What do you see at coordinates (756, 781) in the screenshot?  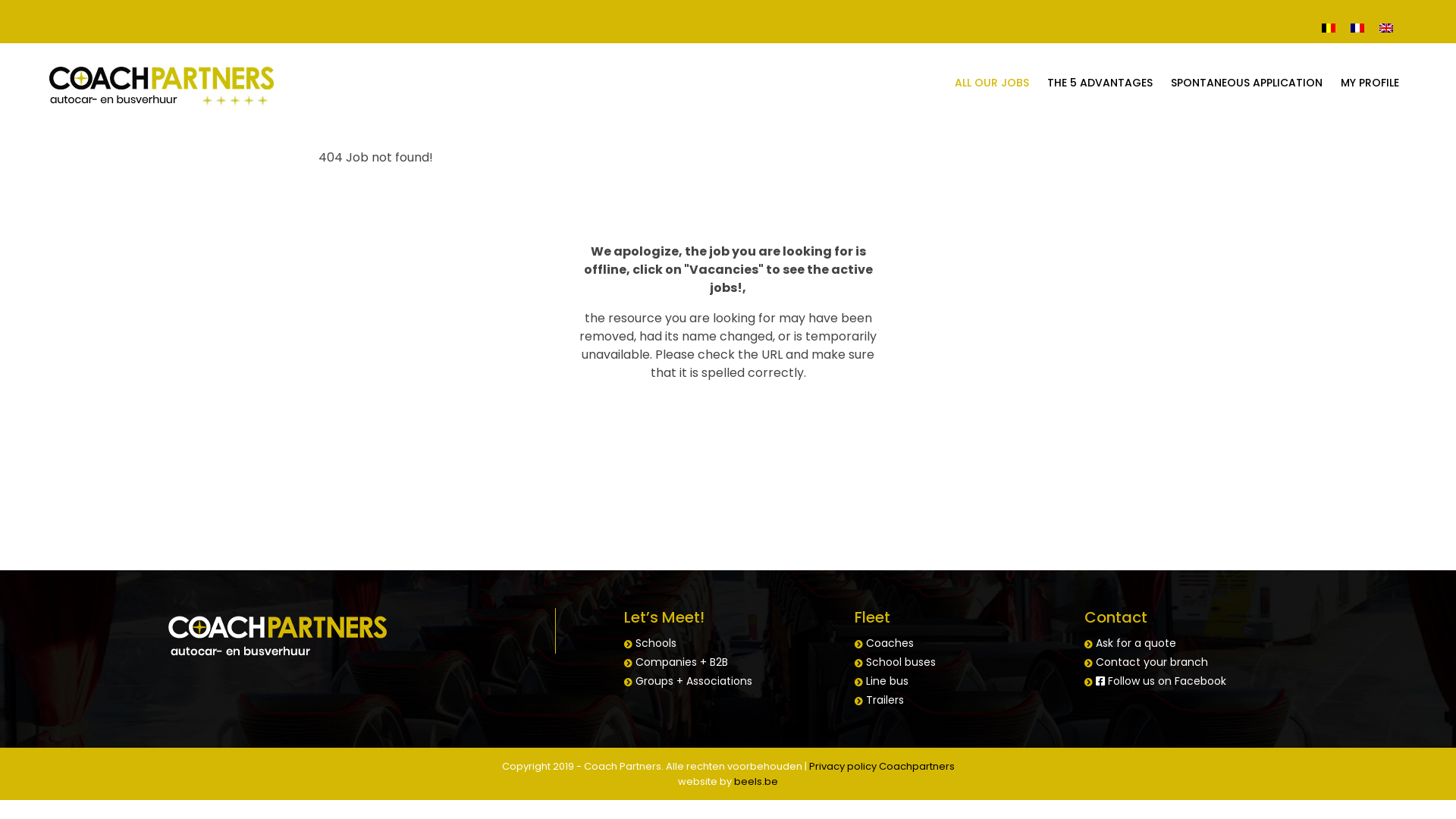 I see `'beels.be'` at bounding box center [756, 781].